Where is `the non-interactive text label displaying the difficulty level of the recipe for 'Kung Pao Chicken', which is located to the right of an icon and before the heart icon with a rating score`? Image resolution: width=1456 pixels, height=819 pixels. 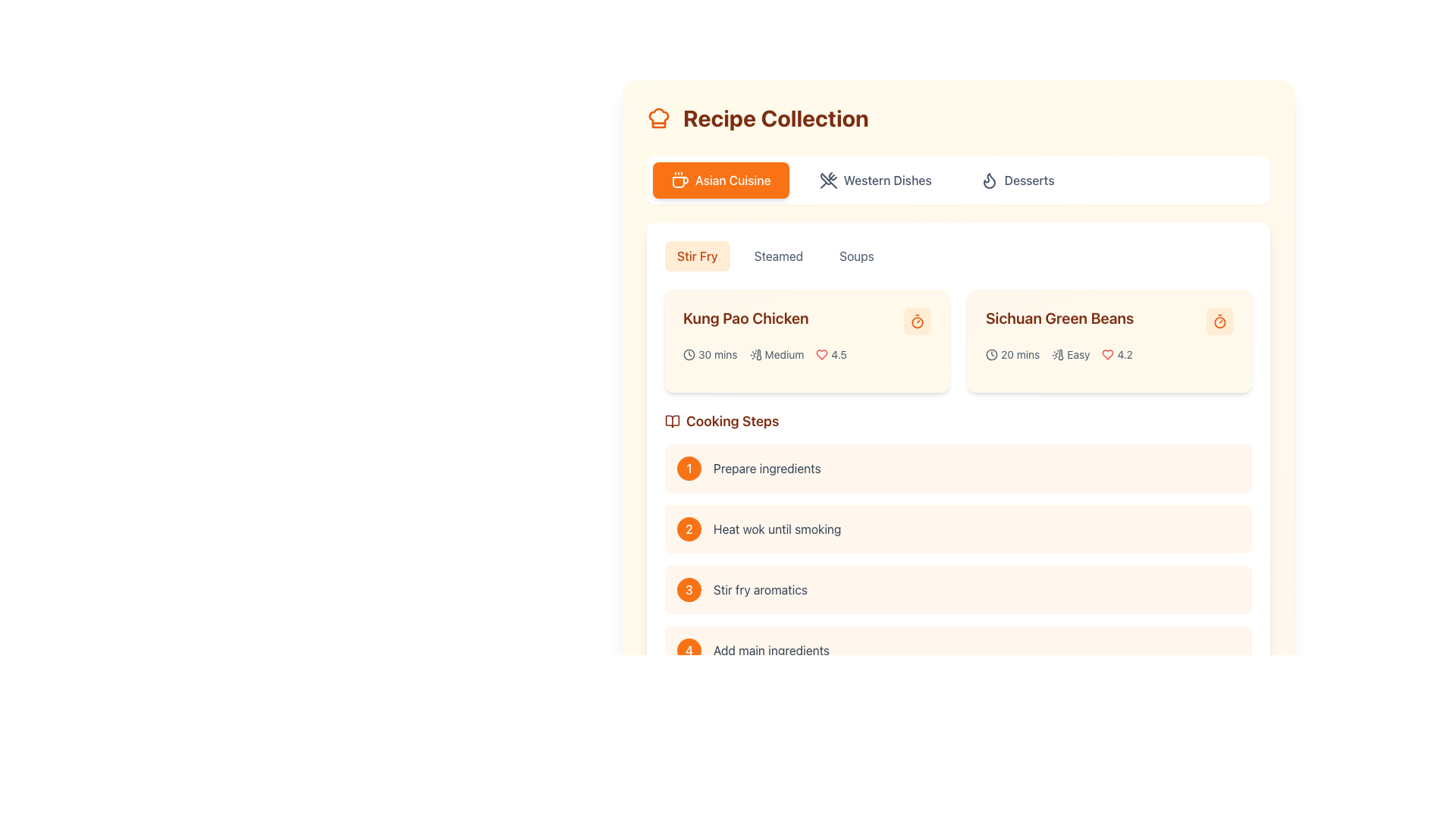
the non-interactive text label displaying the difficulty level of the recipe for 'Kung Pao Chicken', which is located to the right of an icon and before the heart icon with a rating score is located at coordinates (784, 354).